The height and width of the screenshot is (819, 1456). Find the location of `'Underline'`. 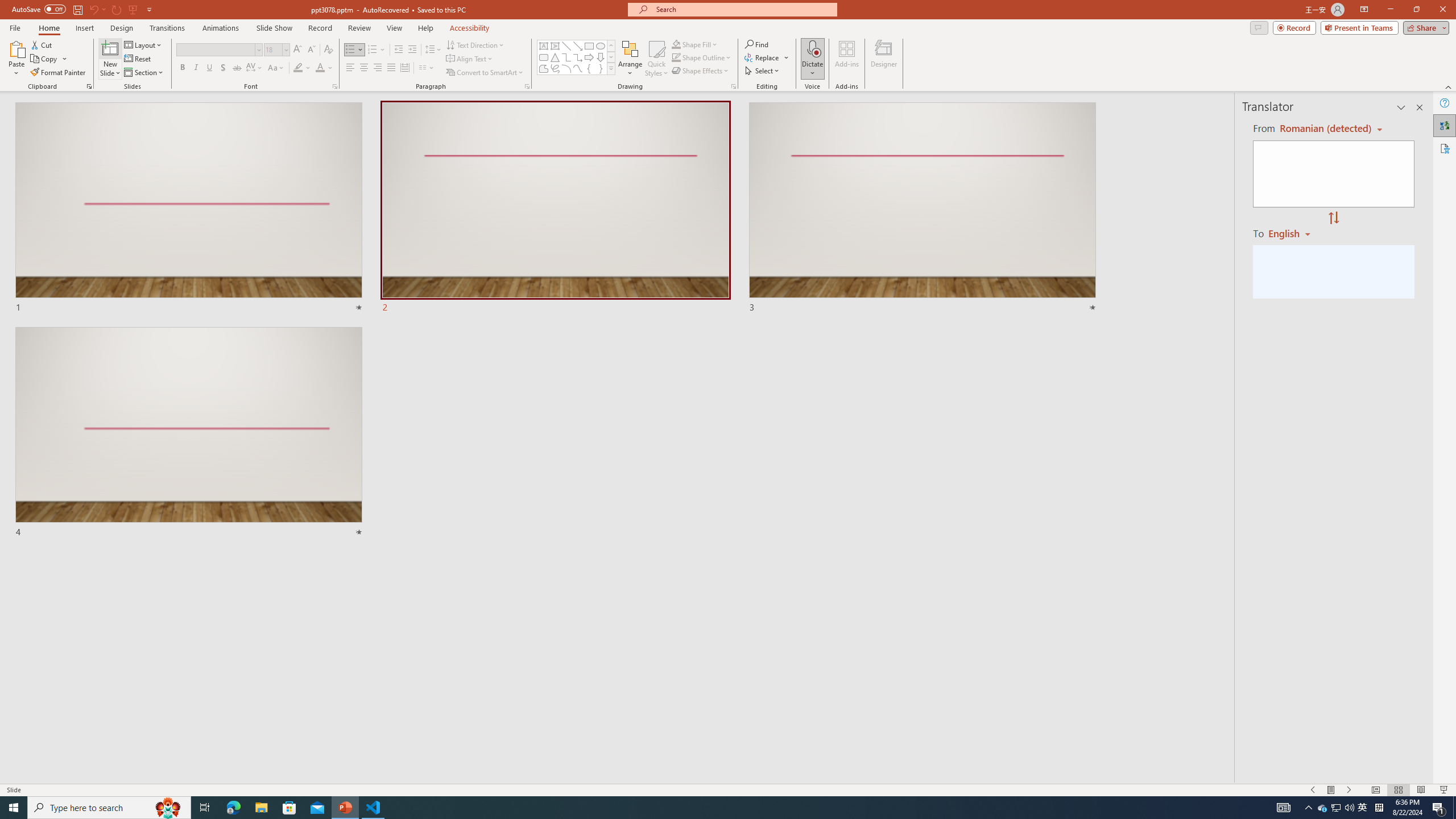

'Underline' is located at coordinates (209, 67).